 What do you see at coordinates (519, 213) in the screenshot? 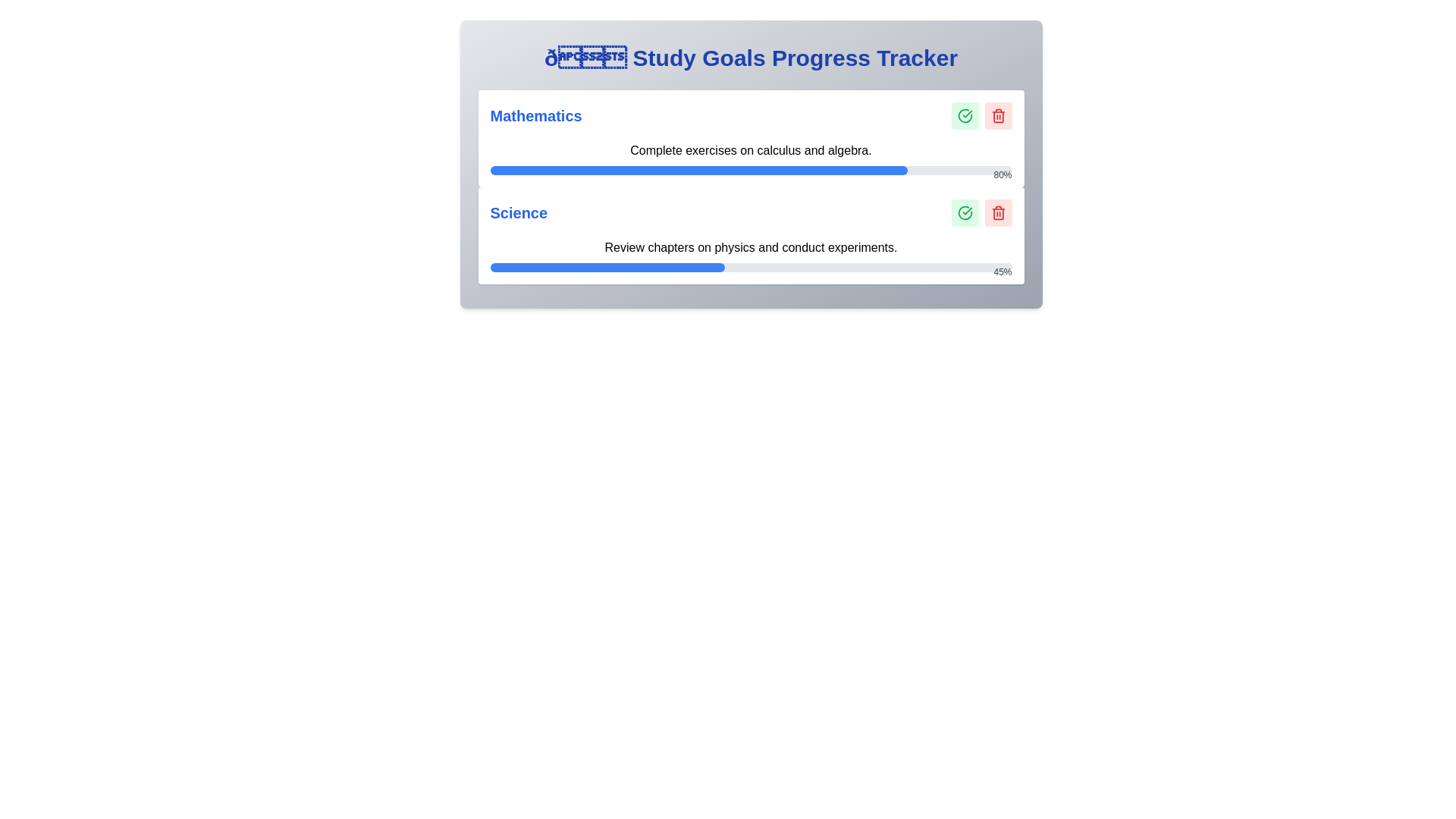
I see `the text label representing the subject name 'Science', which is positioned in the second row of the tracker, aligned to the left adjacent to associated progress text and icons` at bounding box center [519, 213].